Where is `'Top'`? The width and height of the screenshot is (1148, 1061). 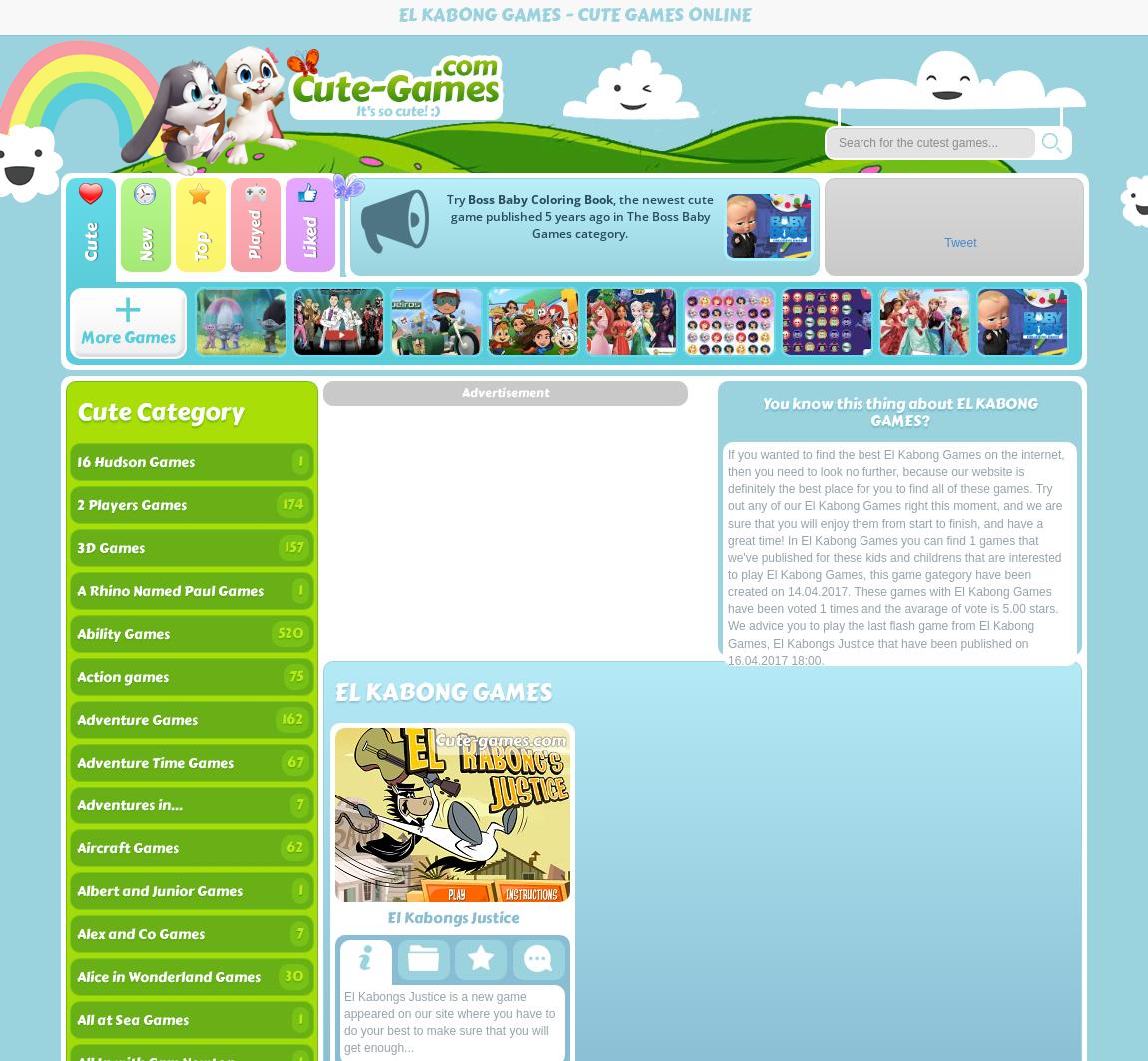
'Top' is located at coordinates (185, 247).